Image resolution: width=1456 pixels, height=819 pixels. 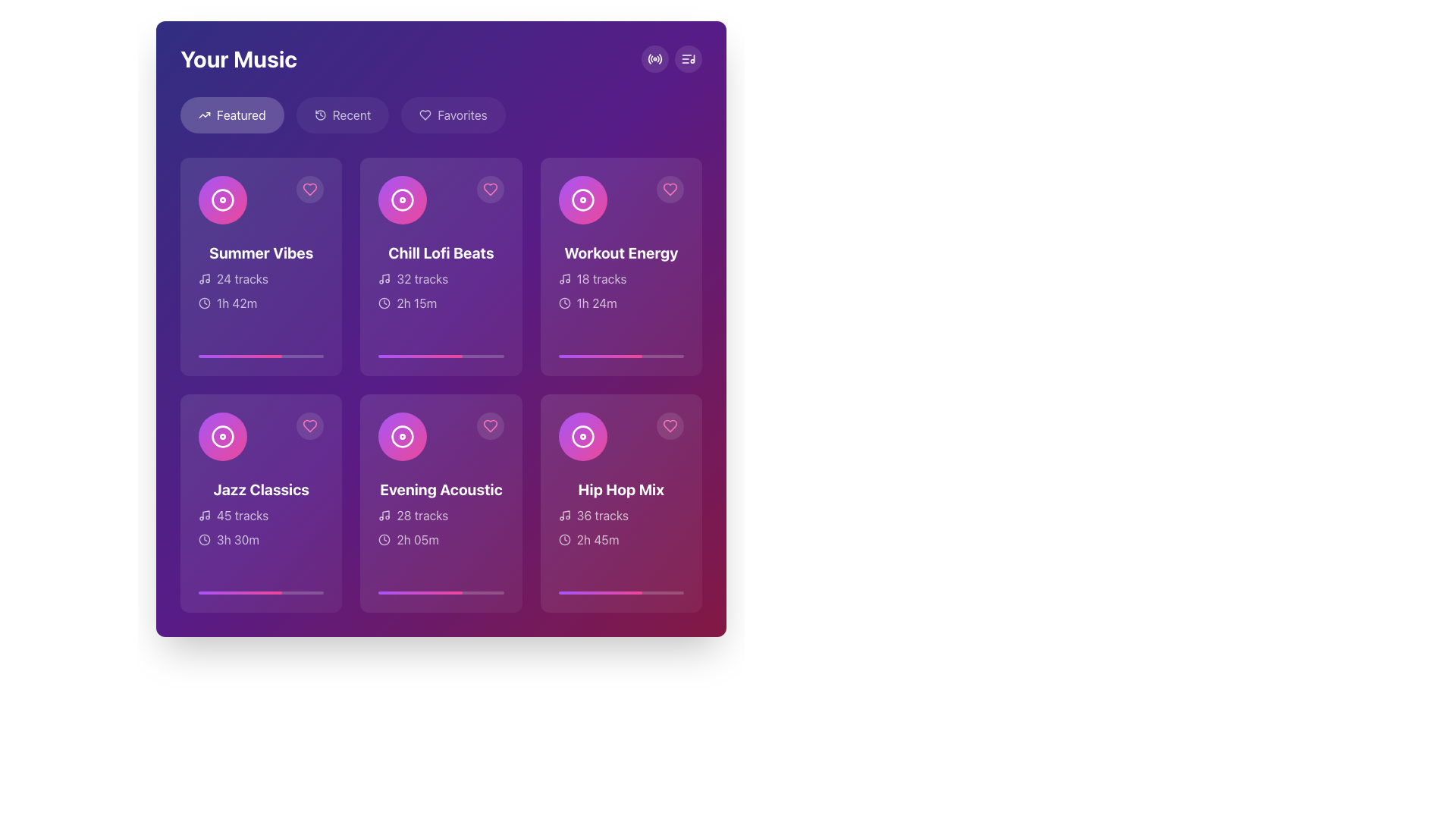 What do you see at coordinates (453, 114) in the screenshot?
I see `the heart-shaped 'Favorites' button` at bounding box center [453, 114].